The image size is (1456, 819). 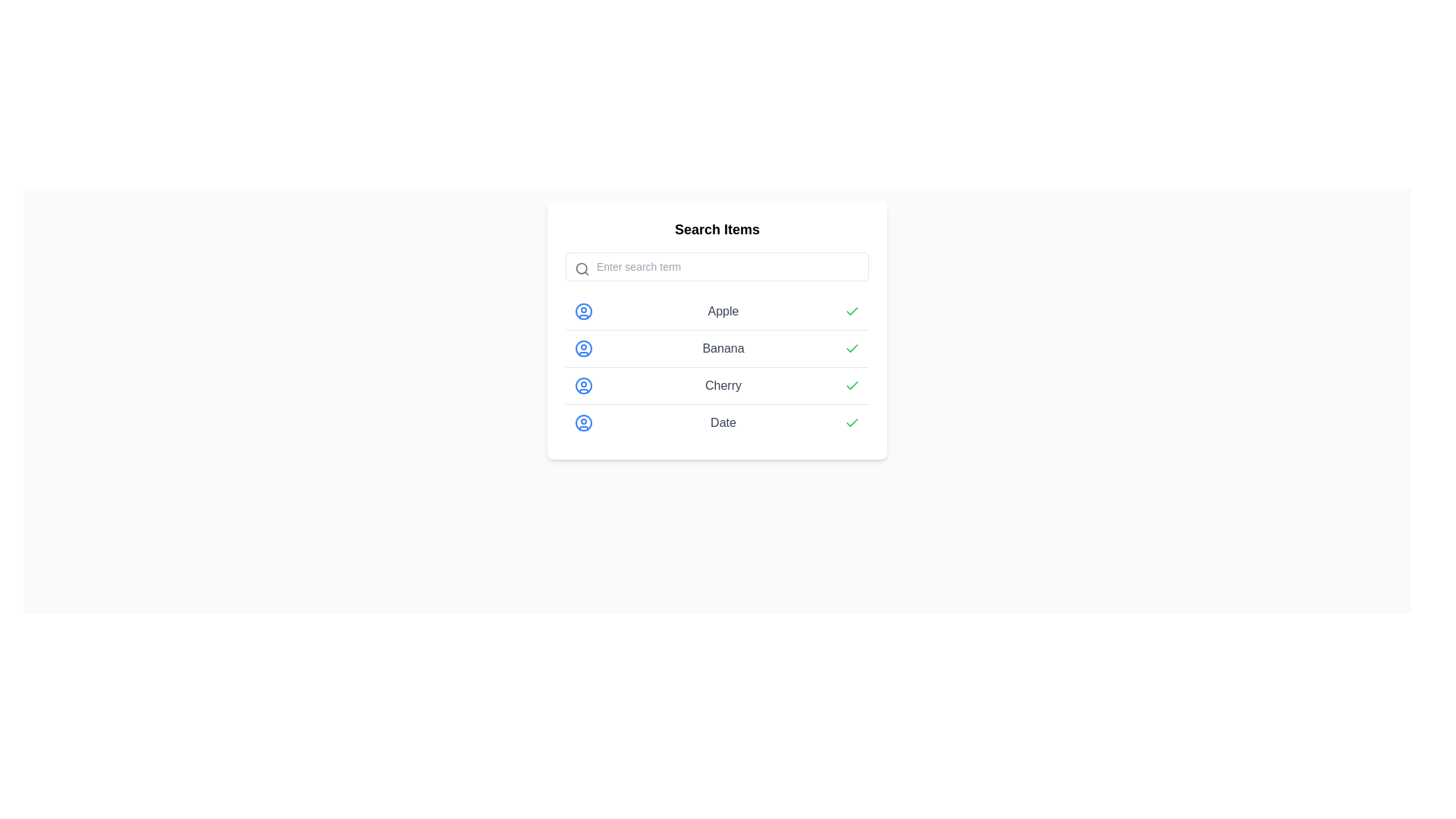 What do you see at coordinates (716, 348) in the screenshot?
I see `the list item representing 'Banana', which is the second item in a vertically stacked list and has a green checkmark indicating its selection status` at bounding box center [716, 348].